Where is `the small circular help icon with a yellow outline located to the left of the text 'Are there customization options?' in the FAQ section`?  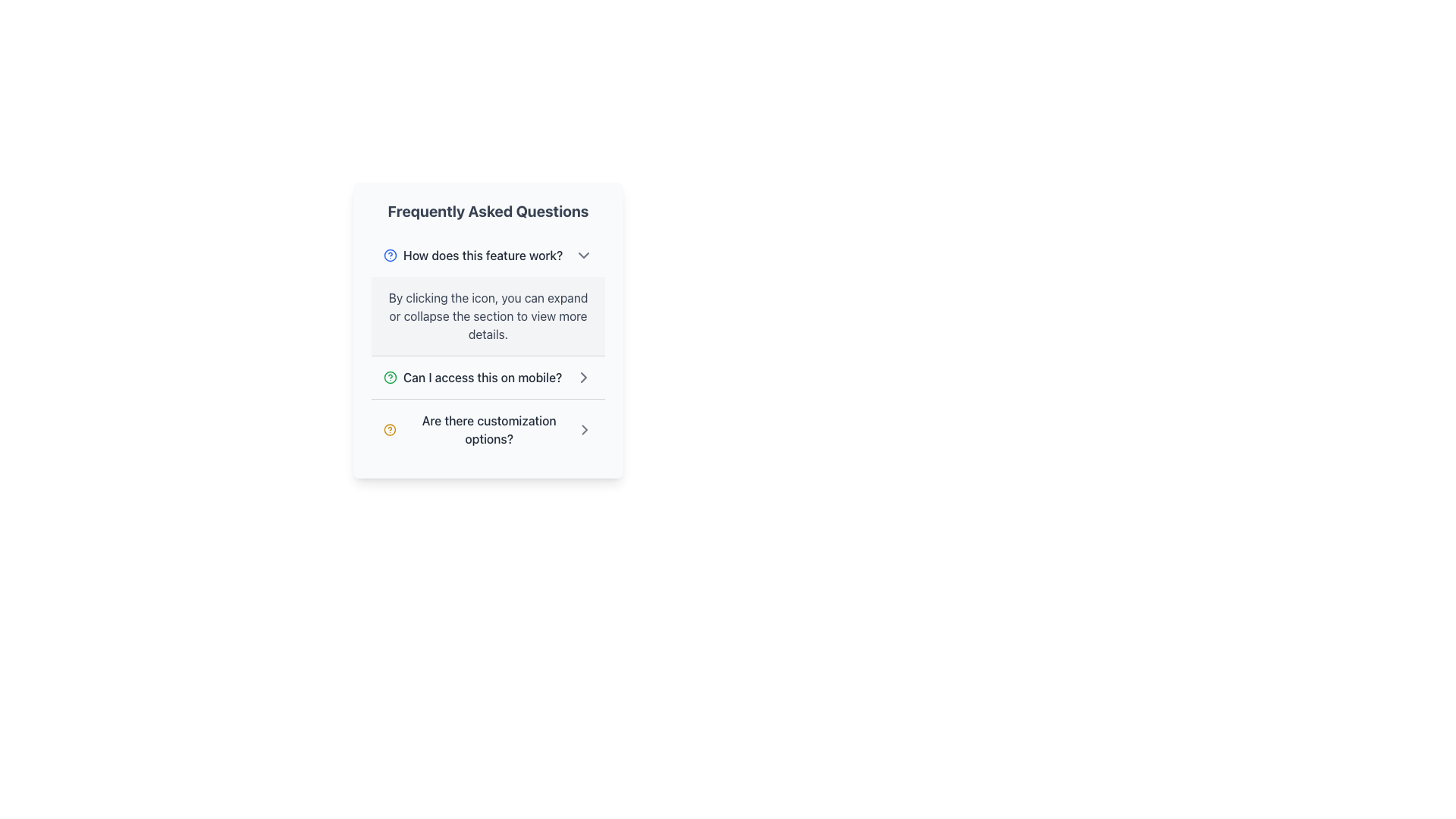 the small circular help icon with a yellow outline located to the left of the text 'Are there customization options?' in the FAQ section is located at coordinates (390, 430).